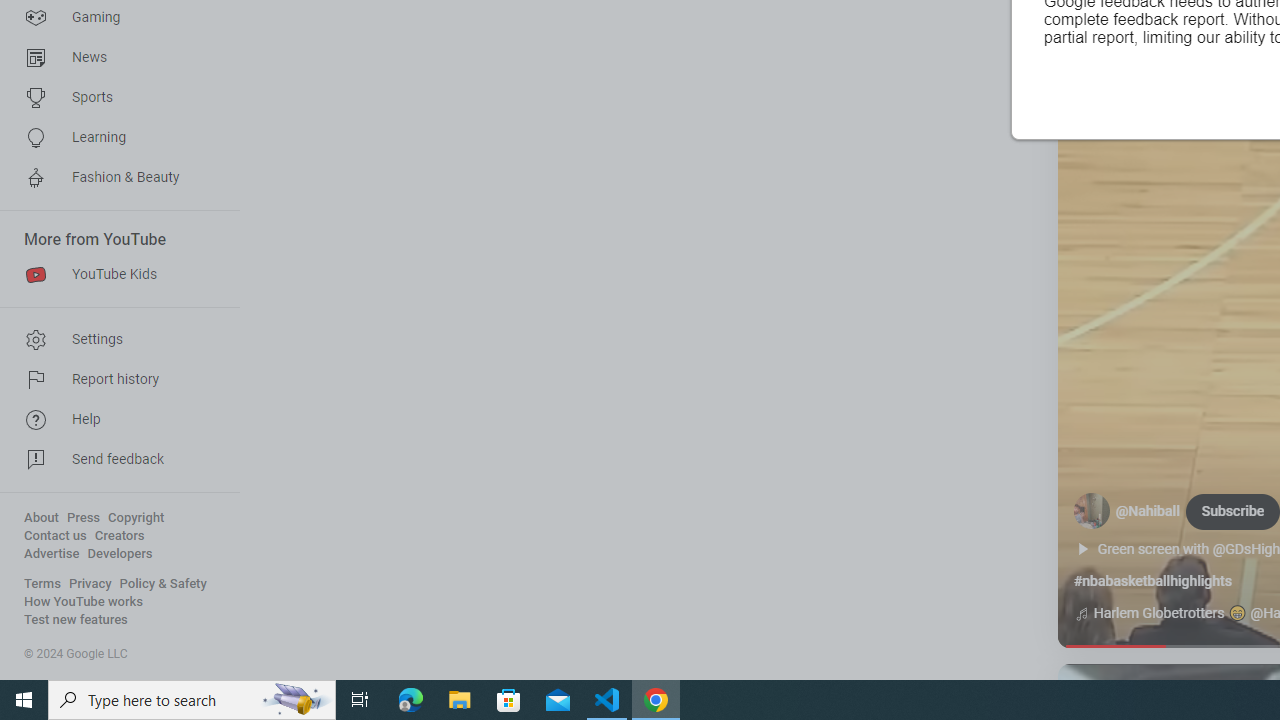  What do you see at coordinates (112, 136) in the screenshot?
I see `'Learning'` at bounding box center [112, 136].